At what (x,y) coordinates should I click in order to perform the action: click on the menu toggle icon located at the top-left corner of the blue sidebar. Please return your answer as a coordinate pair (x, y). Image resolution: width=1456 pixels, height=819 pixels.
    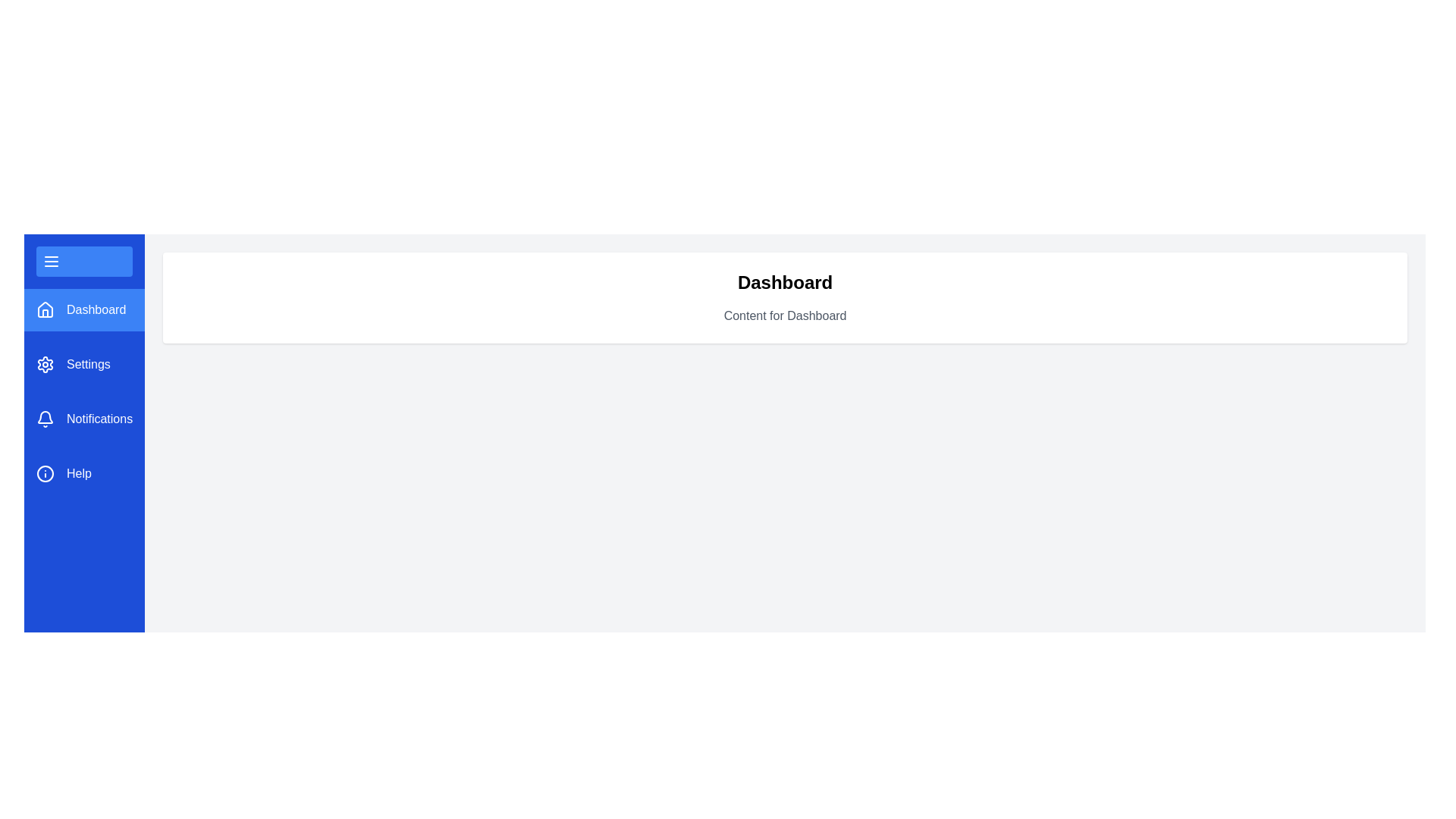
    Looking at the image, I should click on (51, 260).